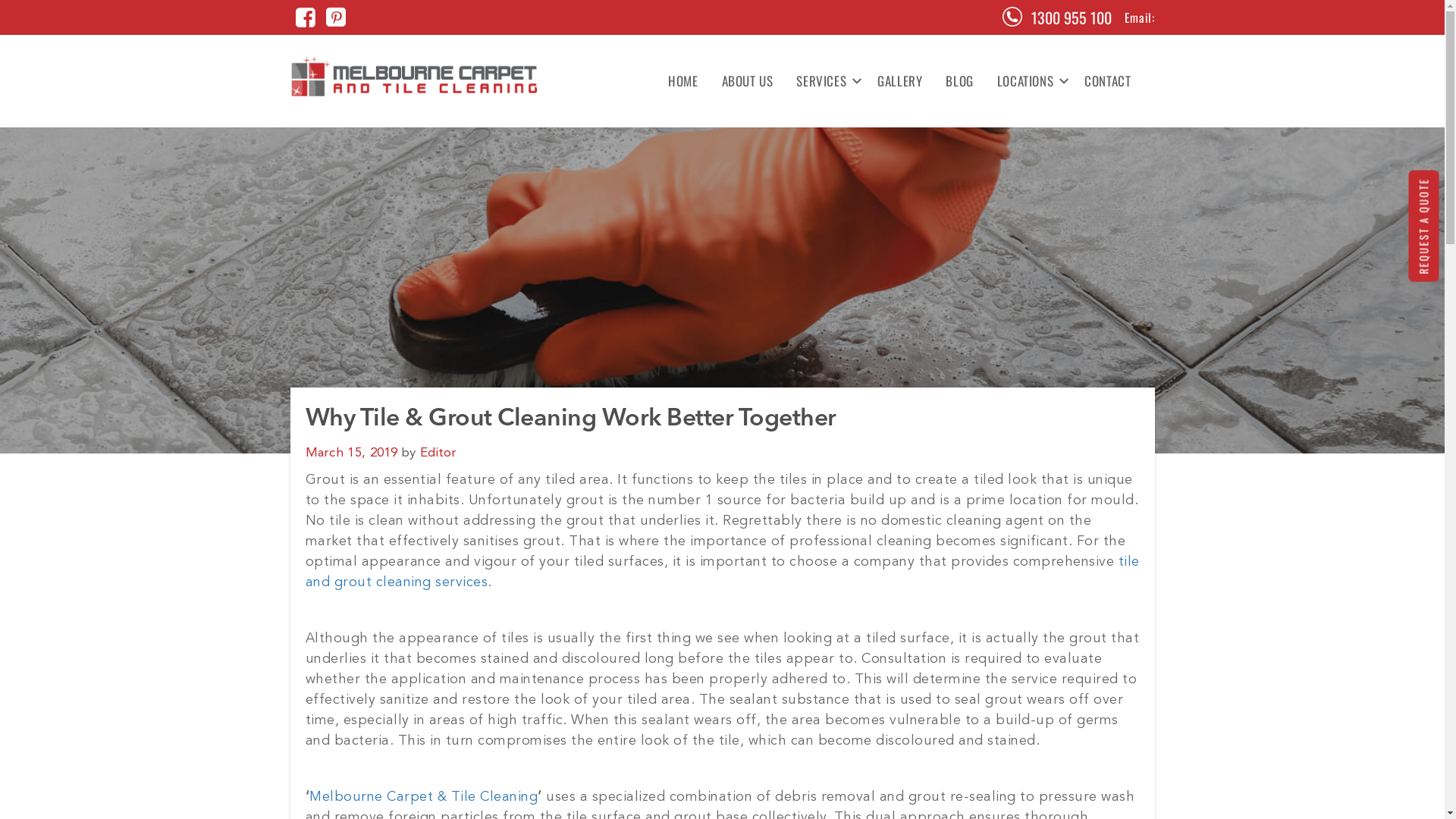  I want to click on 'BLOG', so click(959, 81).